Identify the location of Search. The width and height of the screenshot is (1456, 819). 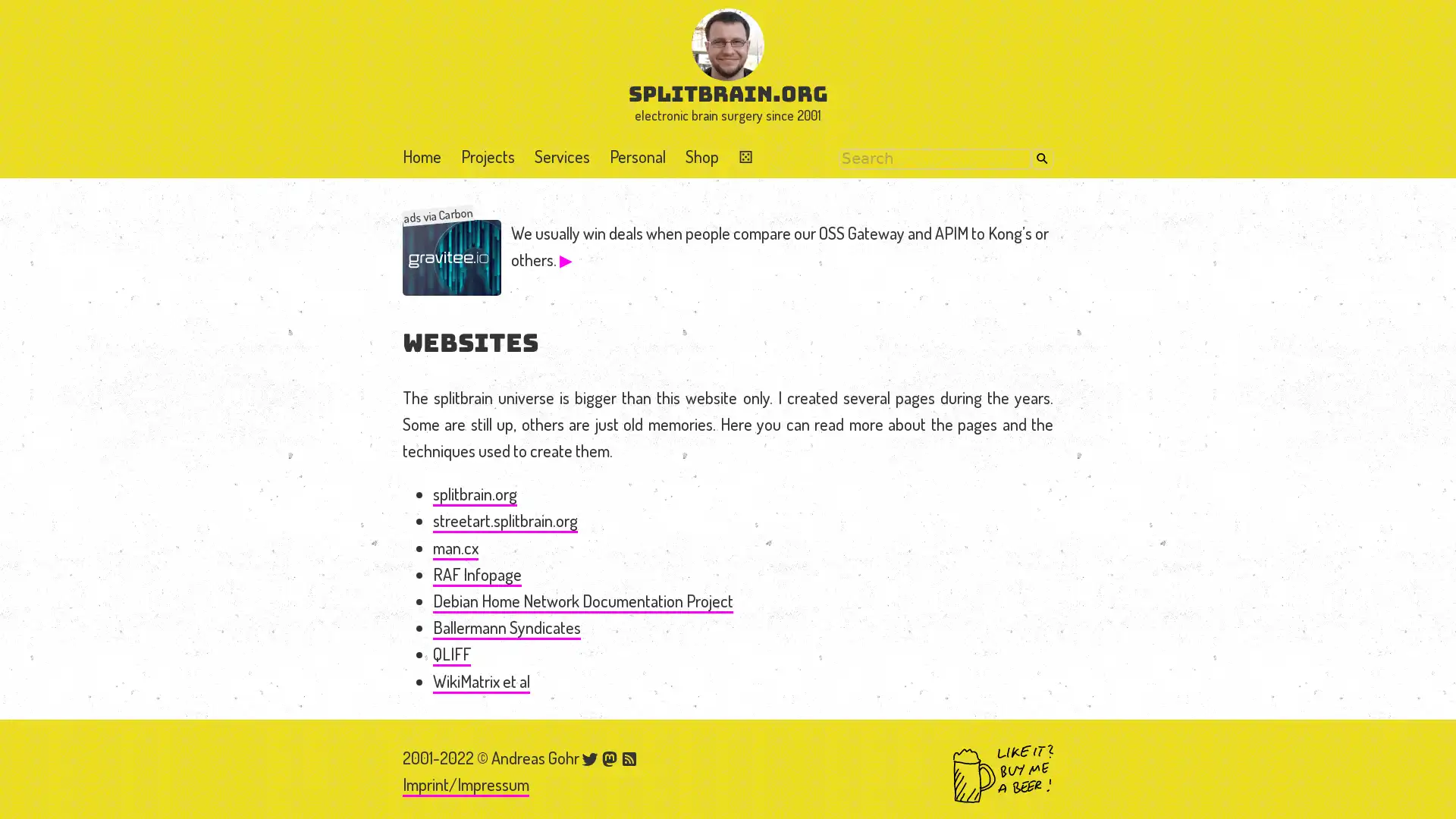
(1041, 158).